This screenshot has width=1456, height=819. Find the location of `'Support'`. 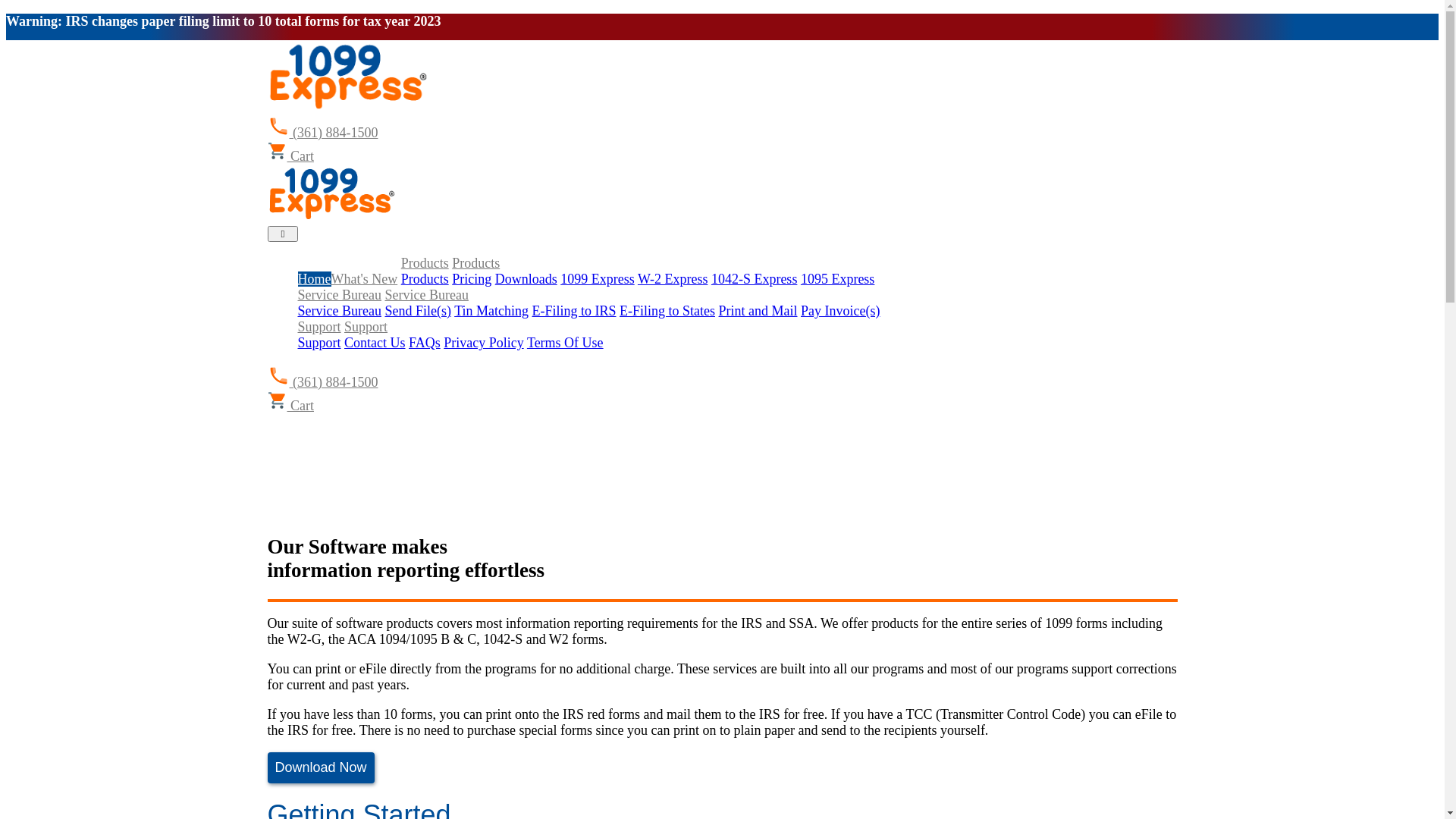

'Support' is located at coordinates (366, 326).